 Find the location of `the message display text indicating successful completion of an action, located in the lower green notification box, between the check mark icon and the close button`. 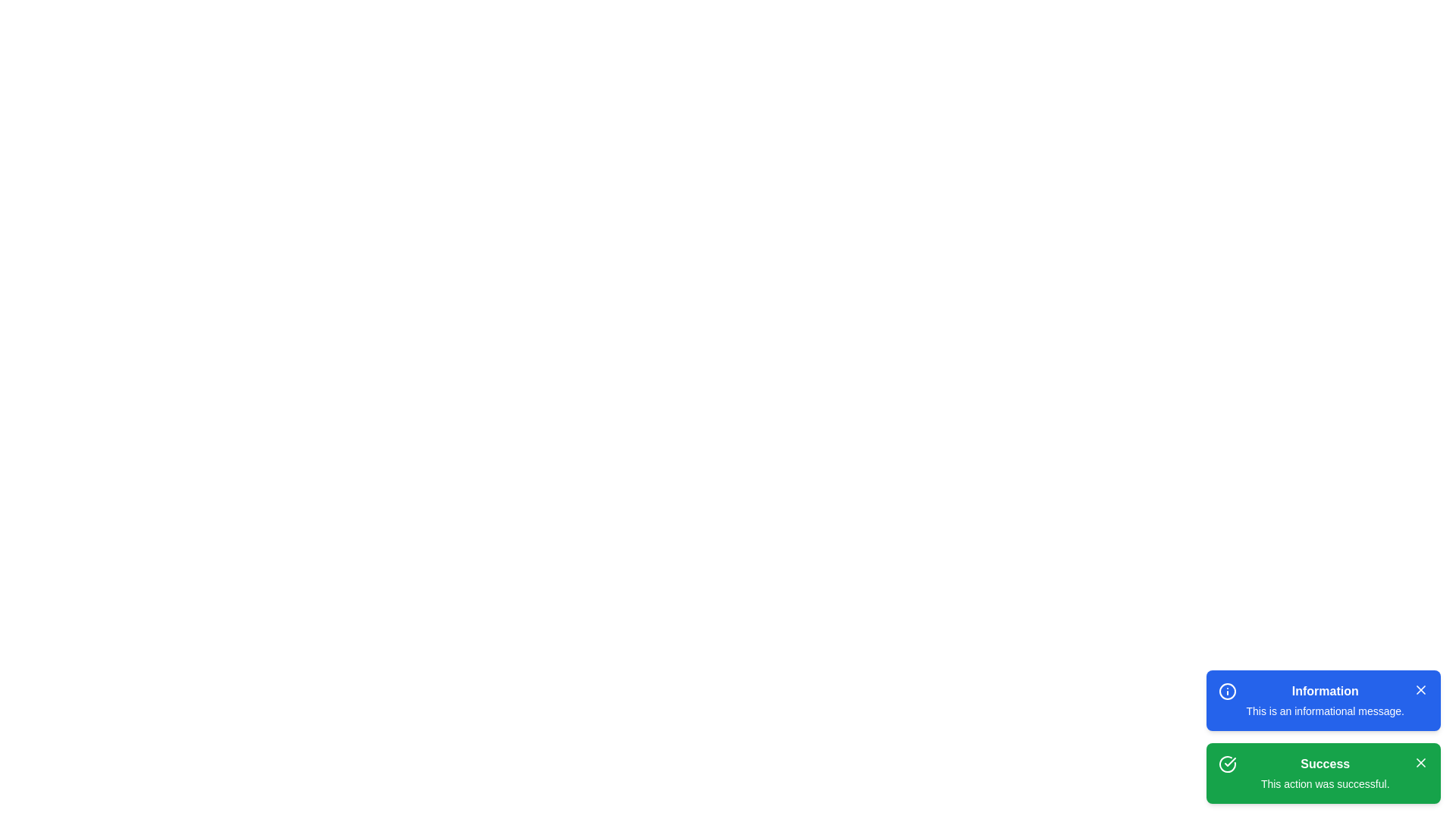

the message display text indicating successful completion of an action, located in the lower green notification box, between the check mark icon and the close button is located at coordinates (1324, 773).